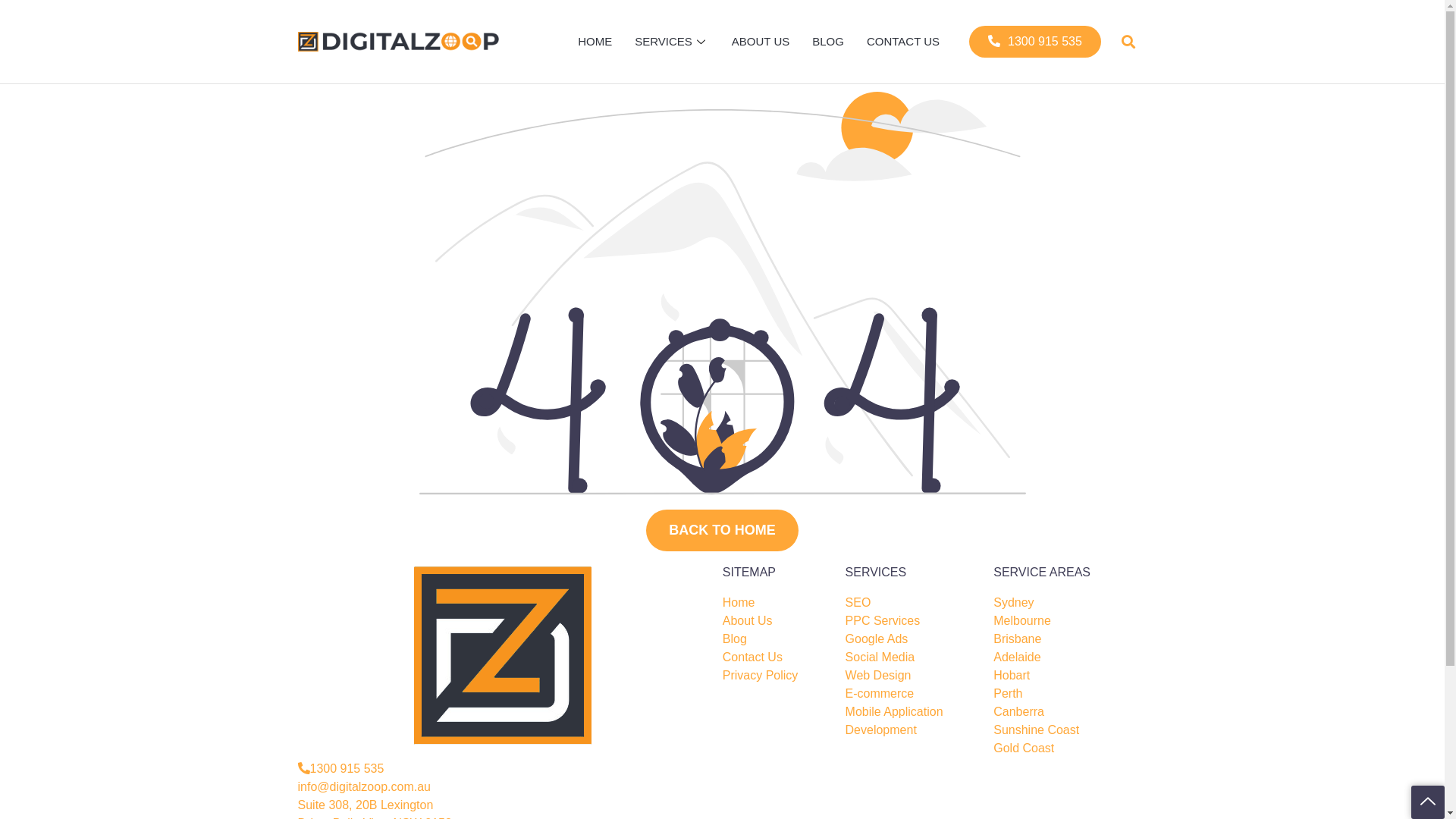 This screenshot has height=819, width=1456. I want to click on 'Sydney', so click(1013, 601).